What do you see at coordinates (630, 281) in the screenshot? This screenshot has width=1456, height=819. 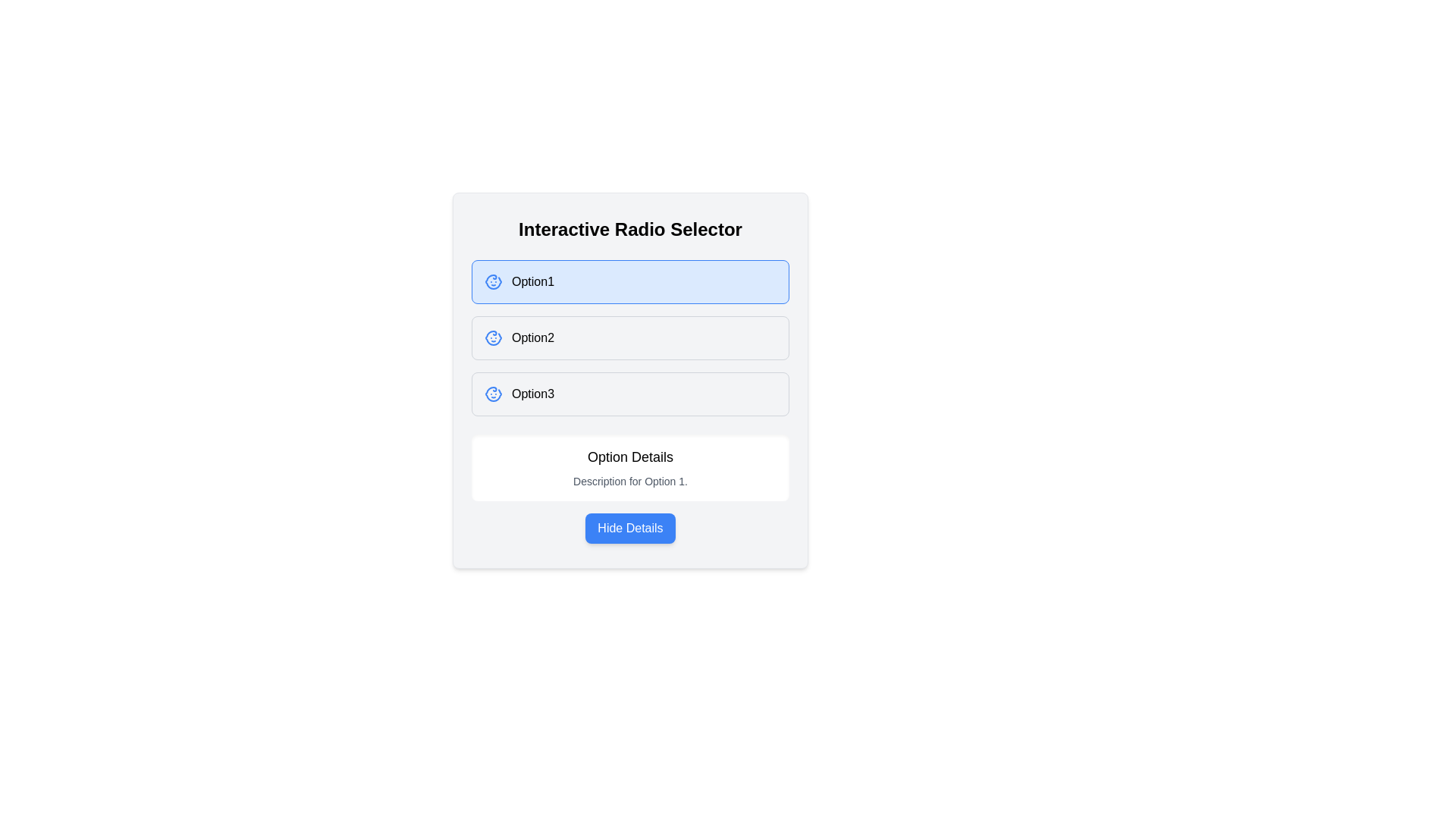 I see `the first radio button labeled 'Option1'` at bounding box center [630, 281].